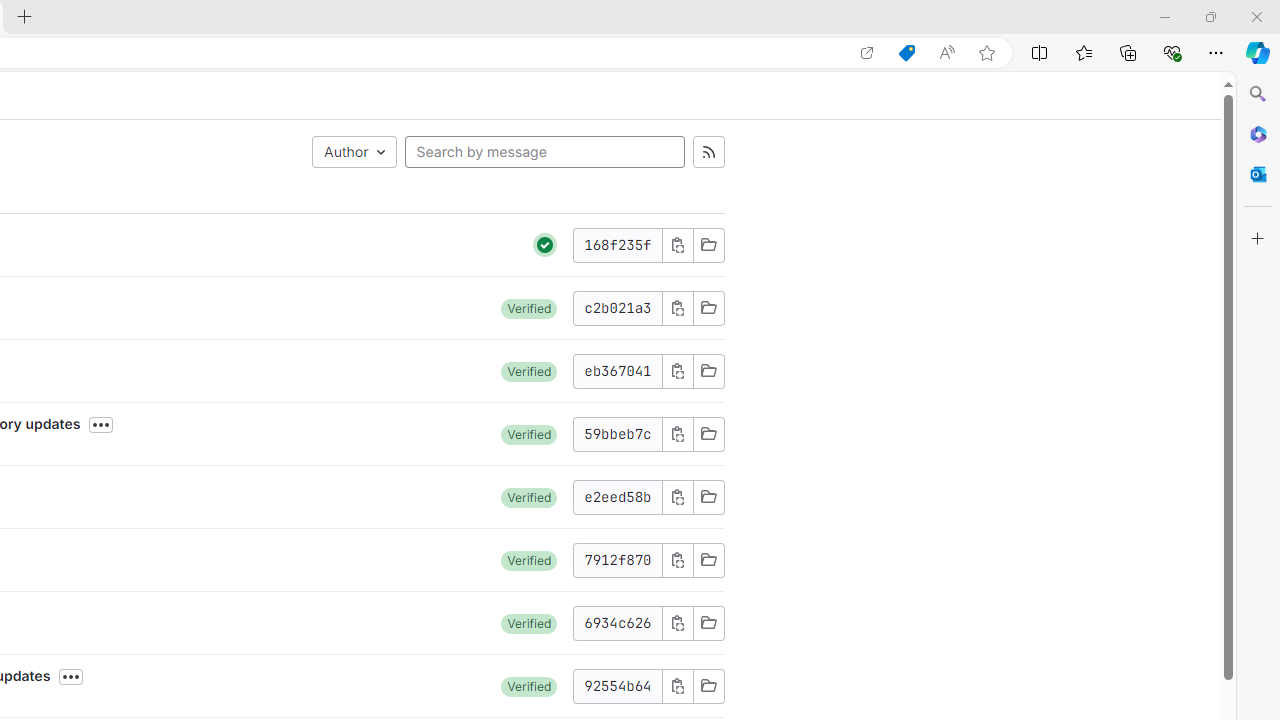 This screenshot has width=1280, height=720. Describe the element at coordinates (945, 52) in the screenshot. I see `'Read aloud this page (Ctrl+Shift+U)'` at that location.